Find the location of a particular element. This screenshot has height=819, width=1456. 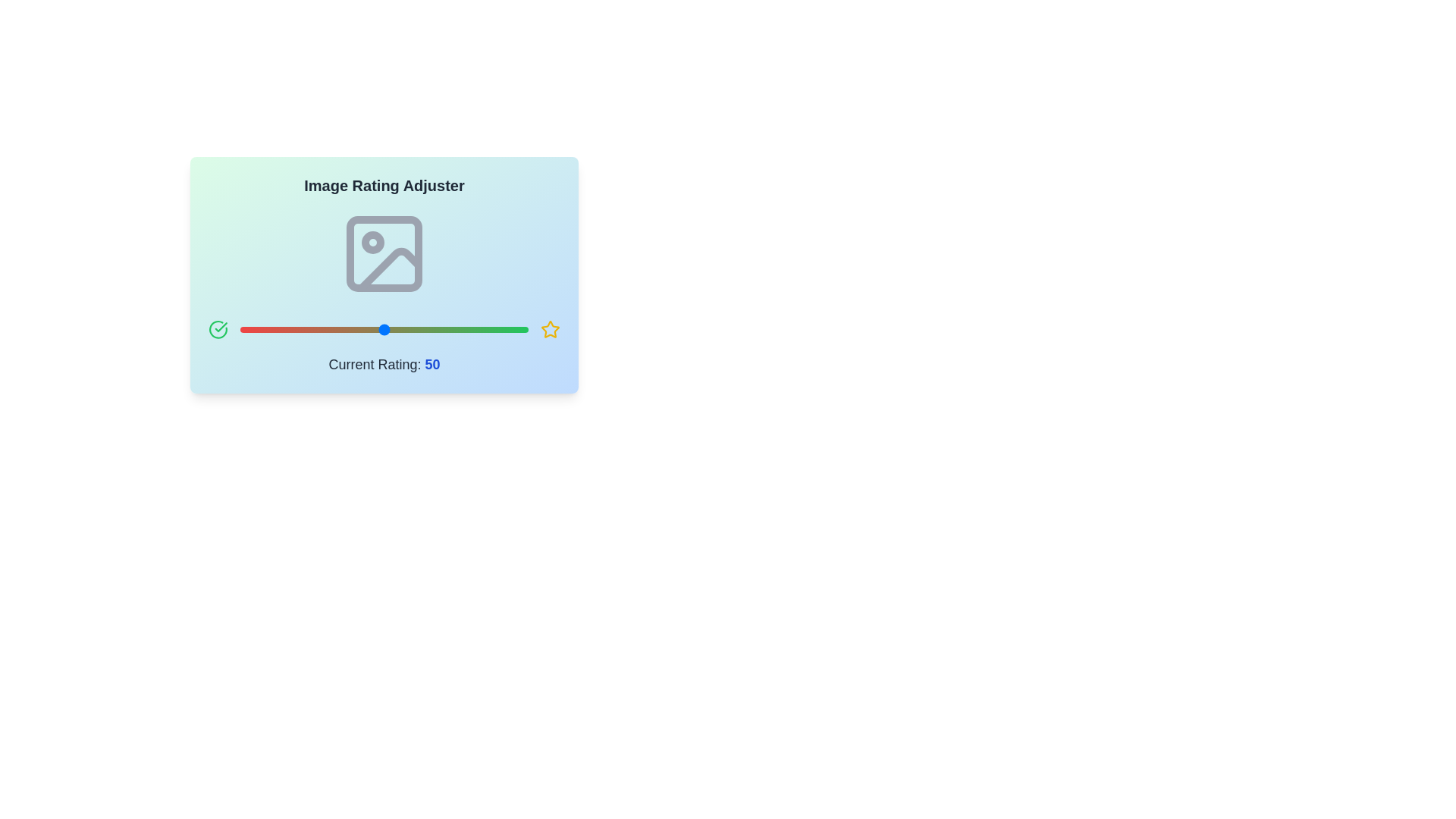

the slider to set the rating to 74 is located at coordinates (452, 329).